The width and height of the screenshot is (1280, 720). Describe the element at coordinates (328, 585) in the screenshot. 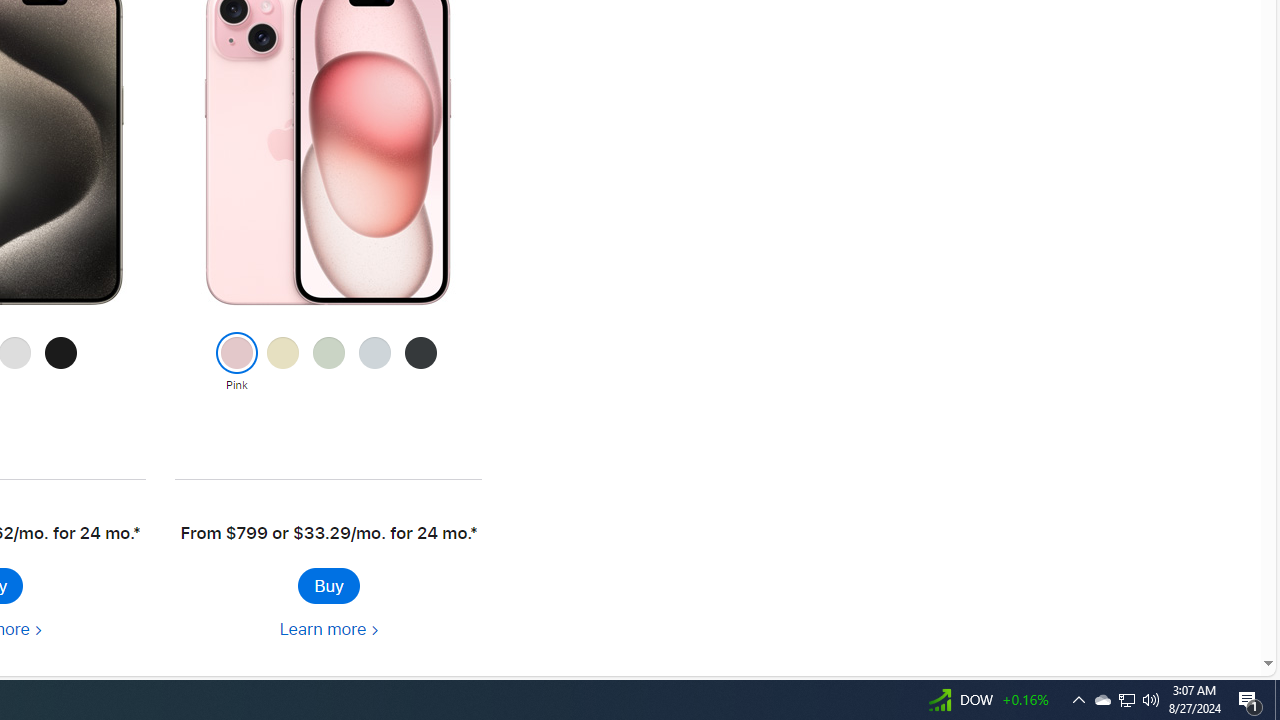

I see `'Buy iPhone 15'` at that location.